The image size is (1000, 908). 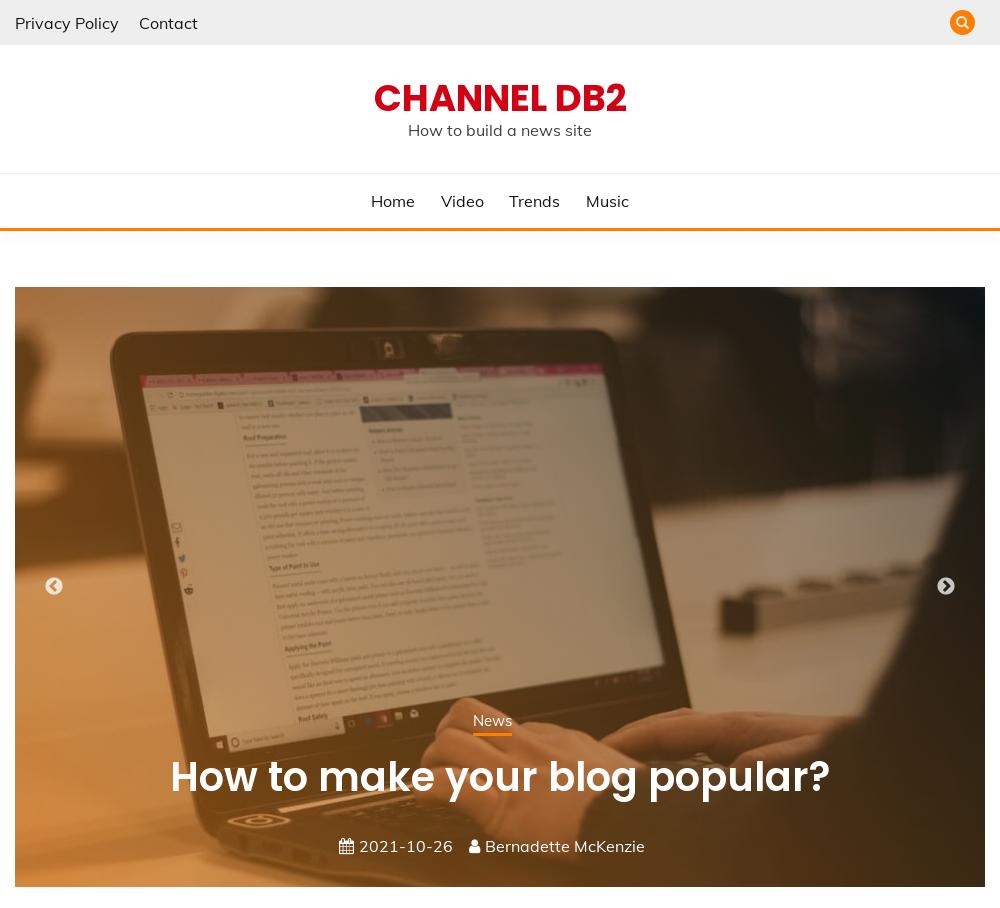 I want to click on '2021-10-26', so click(x=406, y=843).